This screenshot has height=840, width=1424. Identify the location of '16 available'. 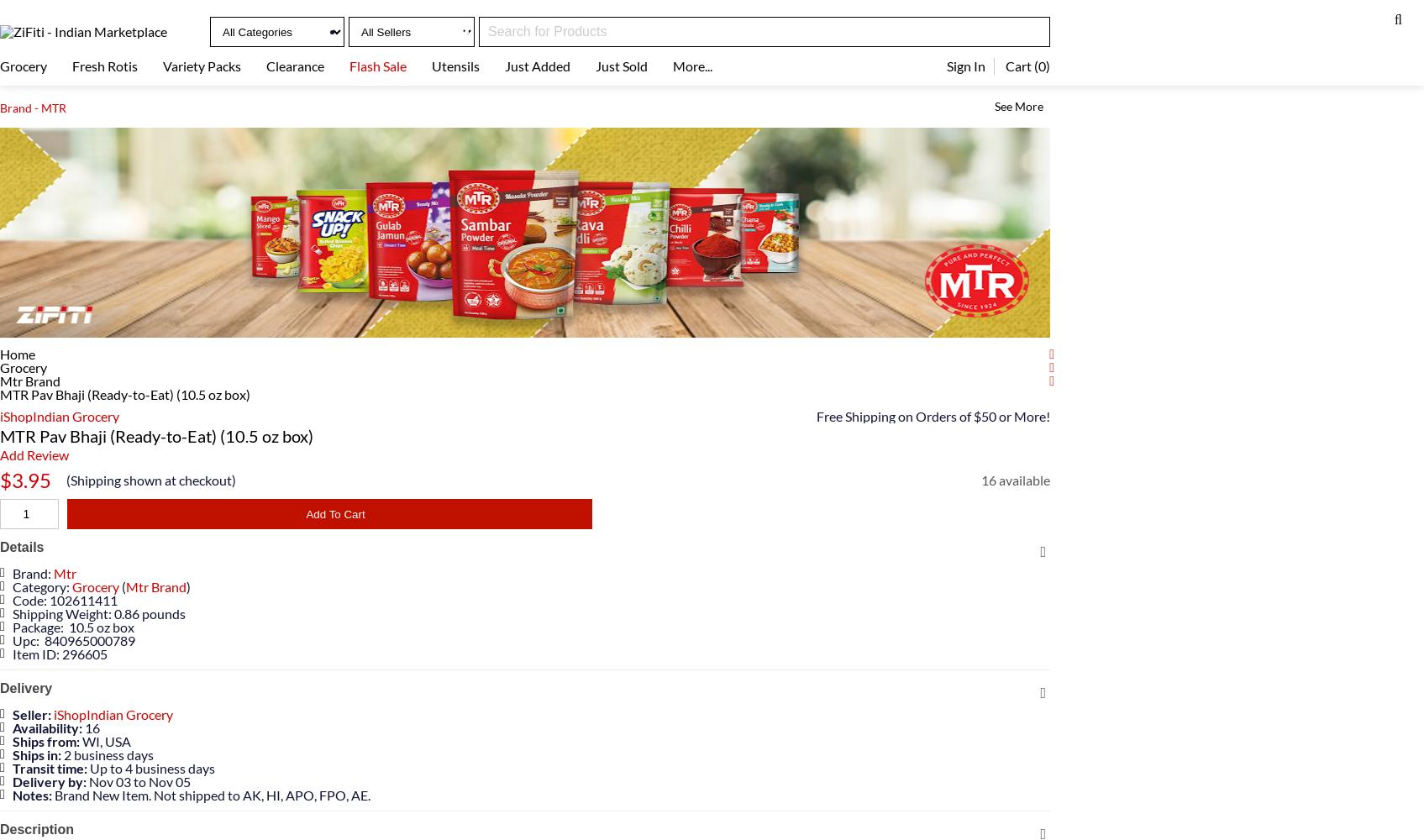
(1016, 479).